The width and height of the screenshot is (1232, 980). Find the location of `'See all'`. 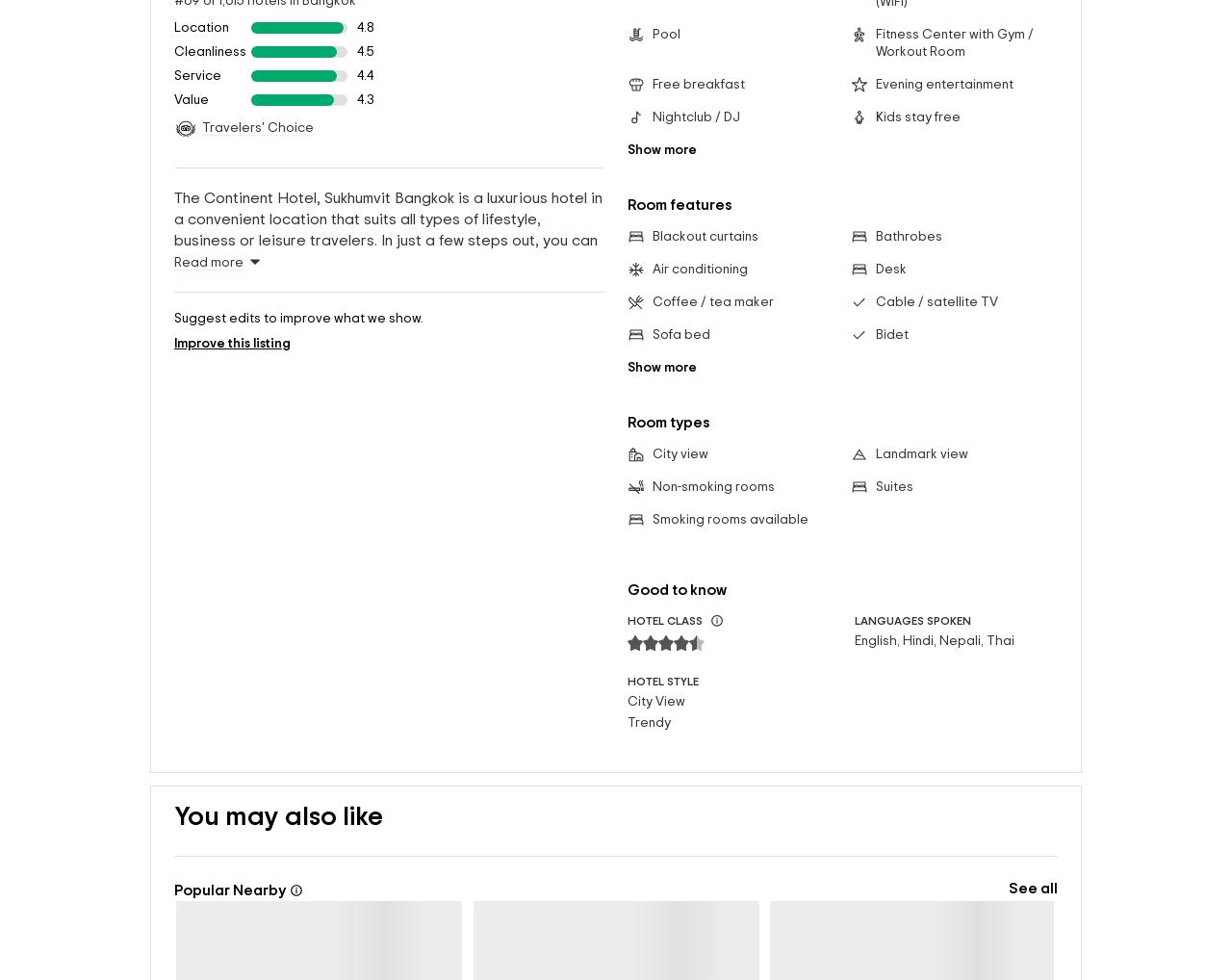

'See all' is located at coordinates (1007, 857).